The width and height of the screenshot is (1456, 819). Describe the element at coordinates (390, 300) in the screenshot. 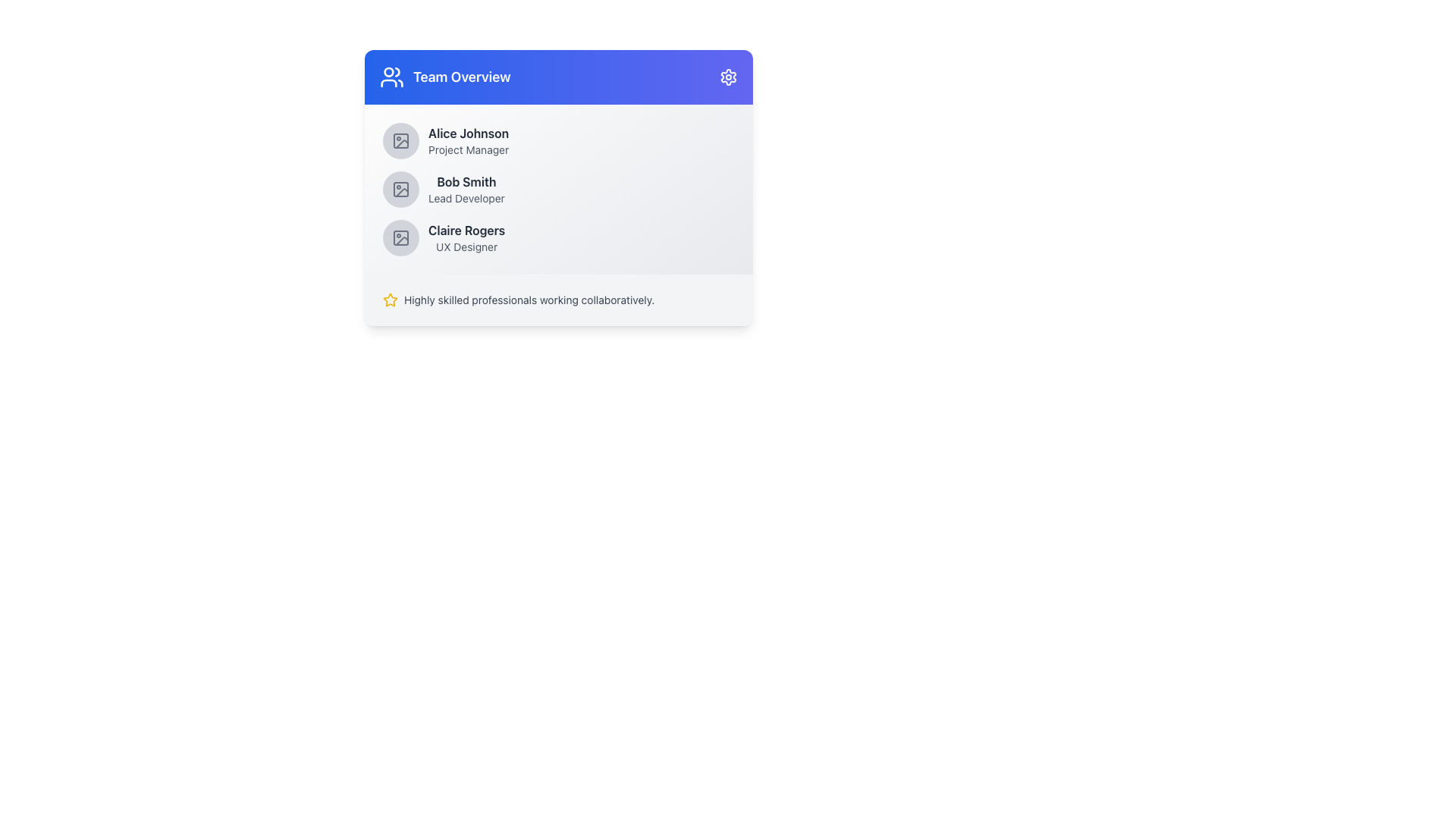

I see `the appearance of the star-shaped icon with a yellow fill located in the bottom section of the 'Team Overview' card, positioned to the left of the text 'Highly skilled professionals working collaboratively.'` at that location.